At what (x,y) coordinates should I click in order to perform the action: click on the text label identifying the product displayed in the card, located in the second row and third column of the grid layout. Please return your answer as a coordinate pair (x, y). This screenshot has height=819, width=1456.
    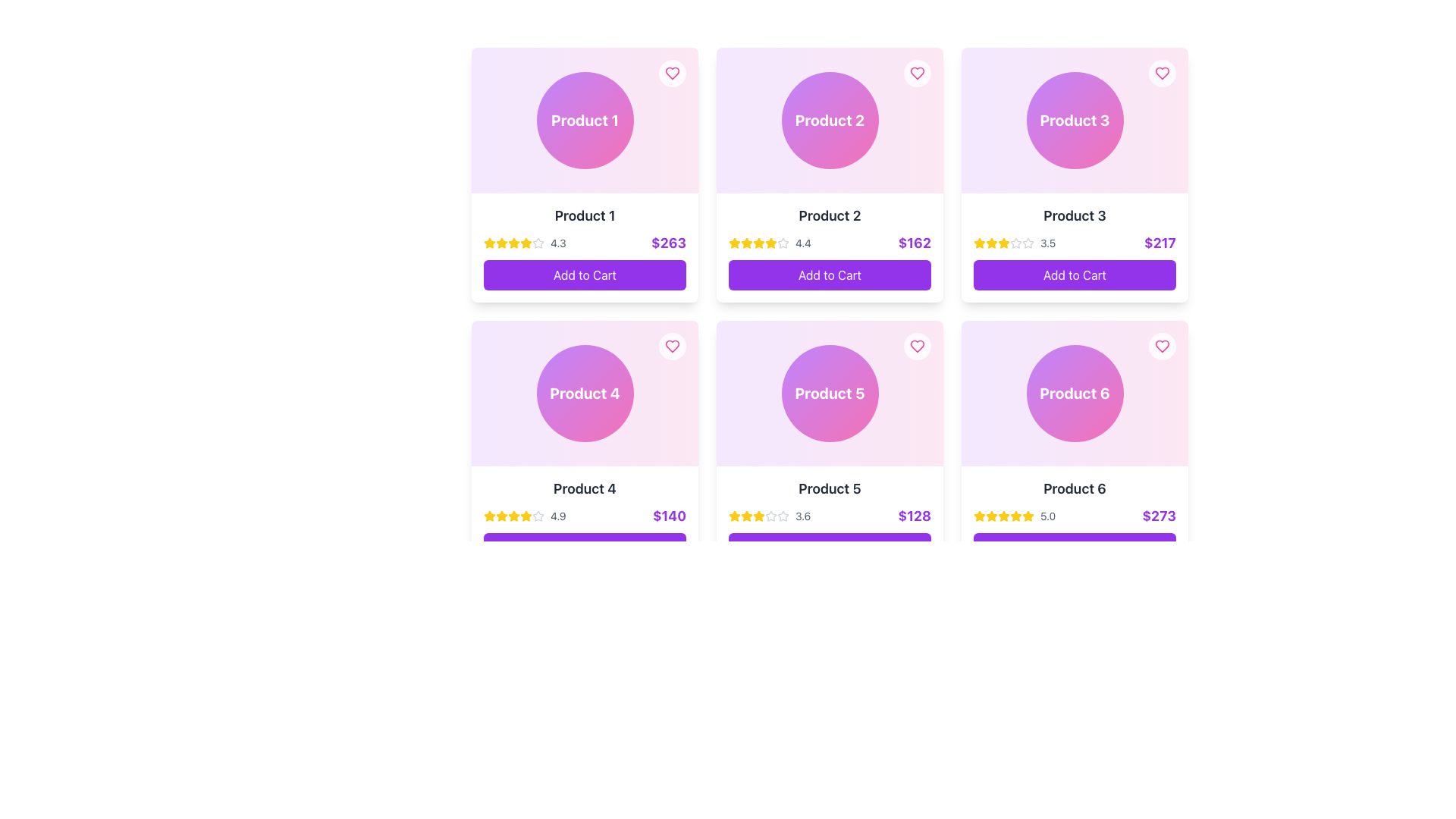
    Looking at the image, I should click on (1074, 488).